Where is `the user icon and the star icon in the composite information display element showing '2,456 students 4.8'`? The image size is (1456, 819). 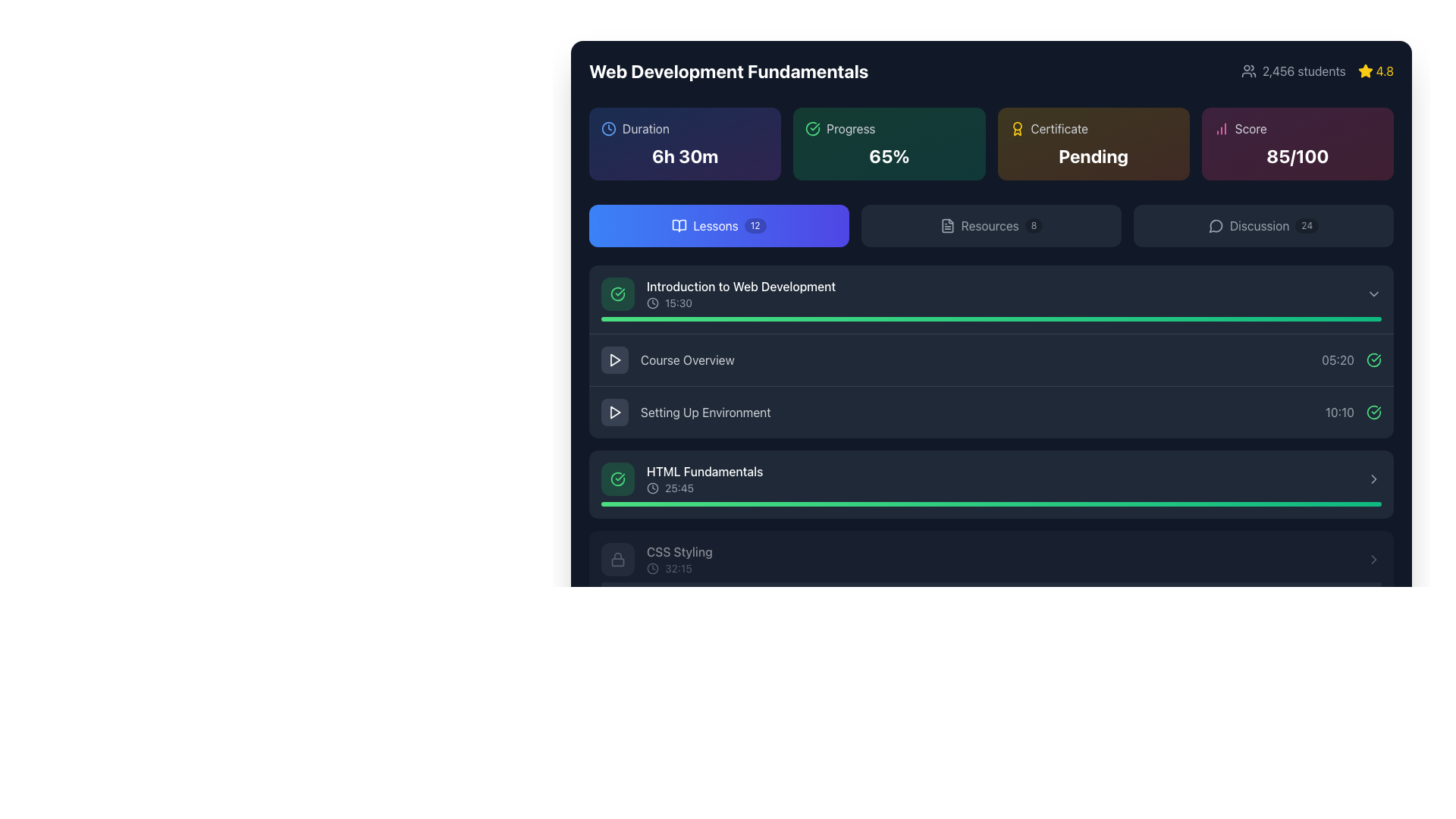
the user icon and the star icon in the composite information display element showing '2,456 students 4.8' is located at coordinates (1316, 71).